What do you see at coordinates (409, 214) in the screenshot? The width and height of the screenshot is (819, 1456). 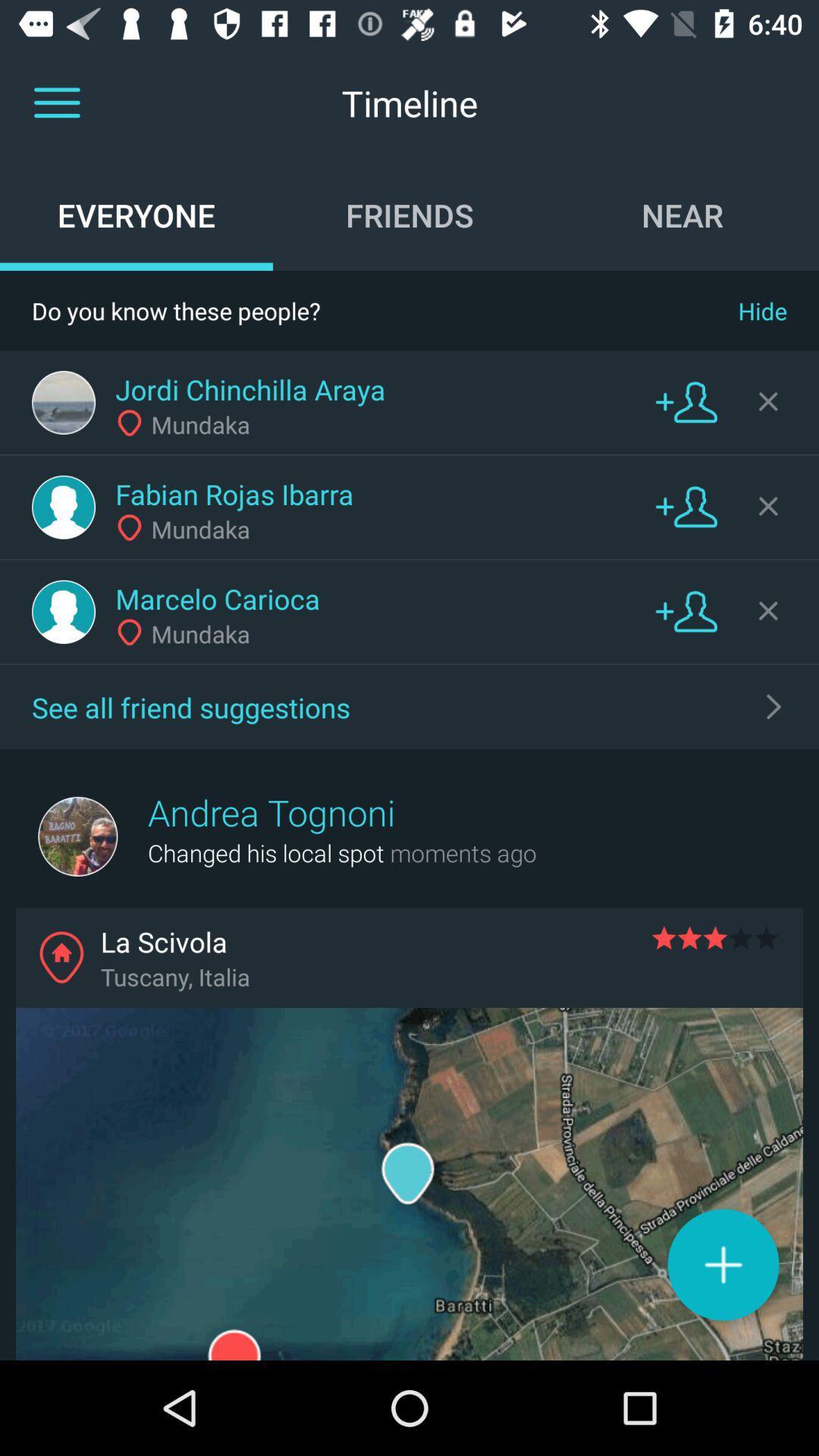 I see `the item to the left of near` at bounding box center [409, 214].